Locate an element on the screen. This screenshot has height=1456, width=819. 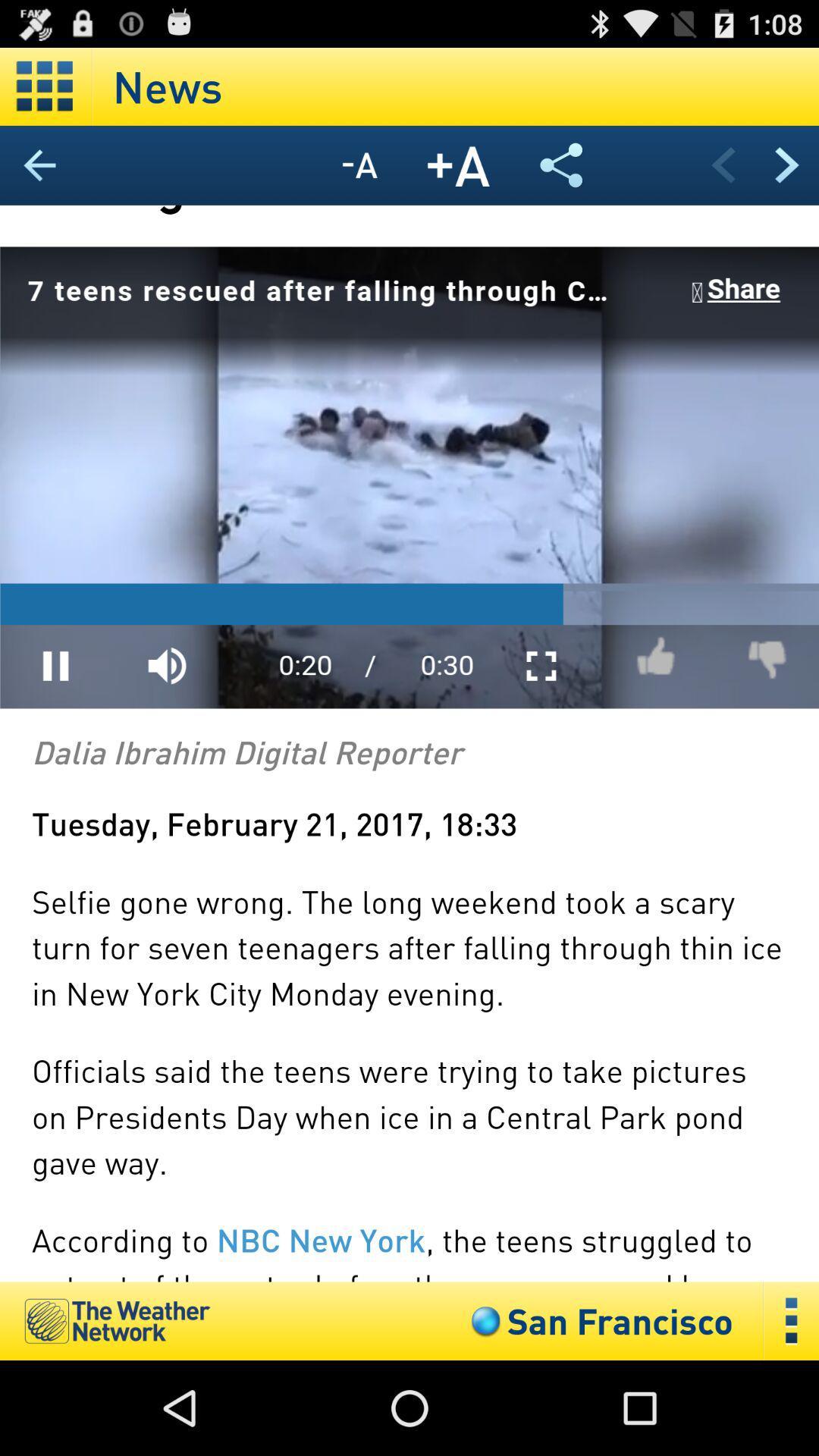
option is located at coordinates (45, 86).